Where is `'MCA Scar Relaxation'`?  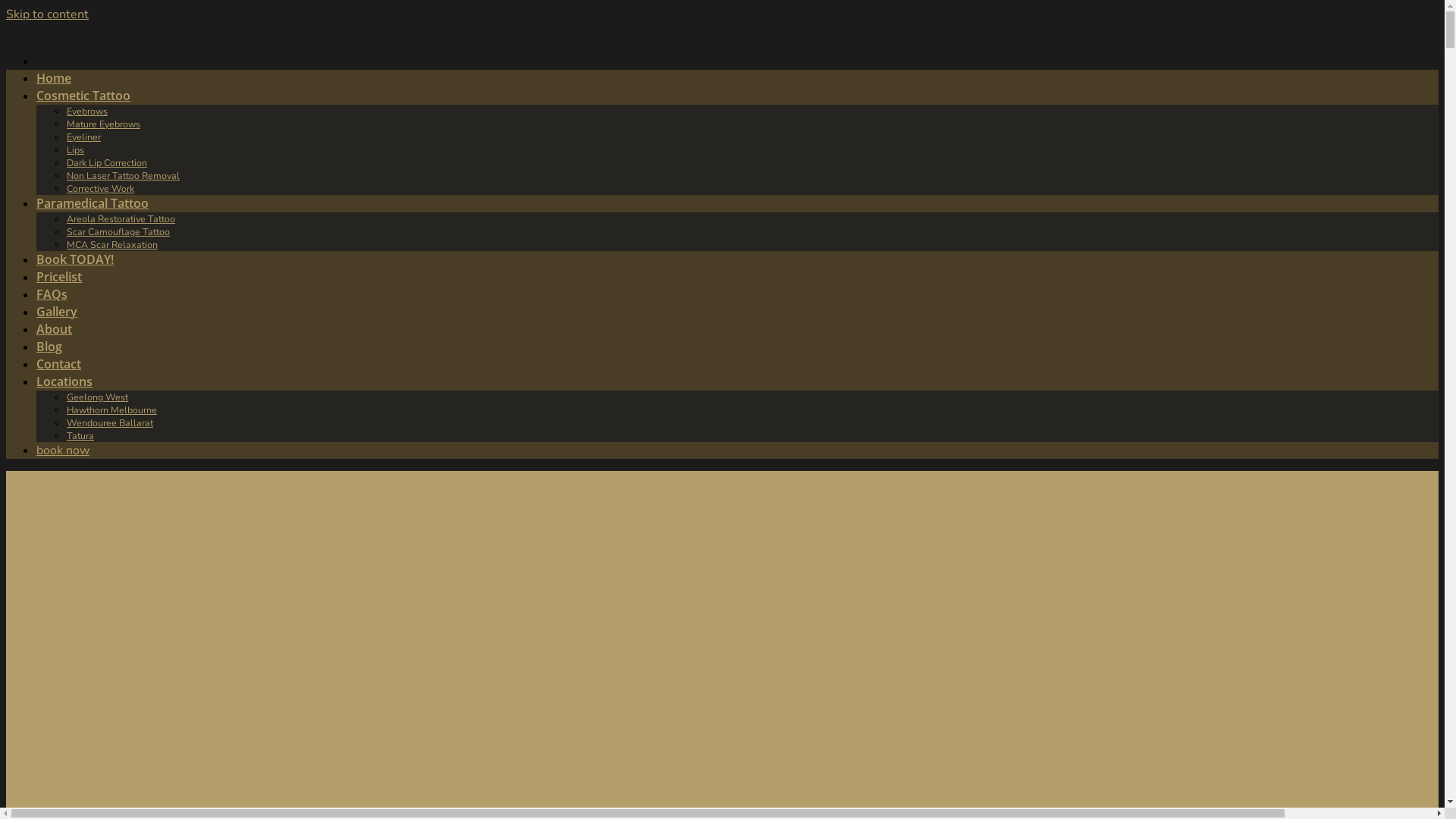 'MCA Scar Relaxation' is located at coordinates (111, 243).